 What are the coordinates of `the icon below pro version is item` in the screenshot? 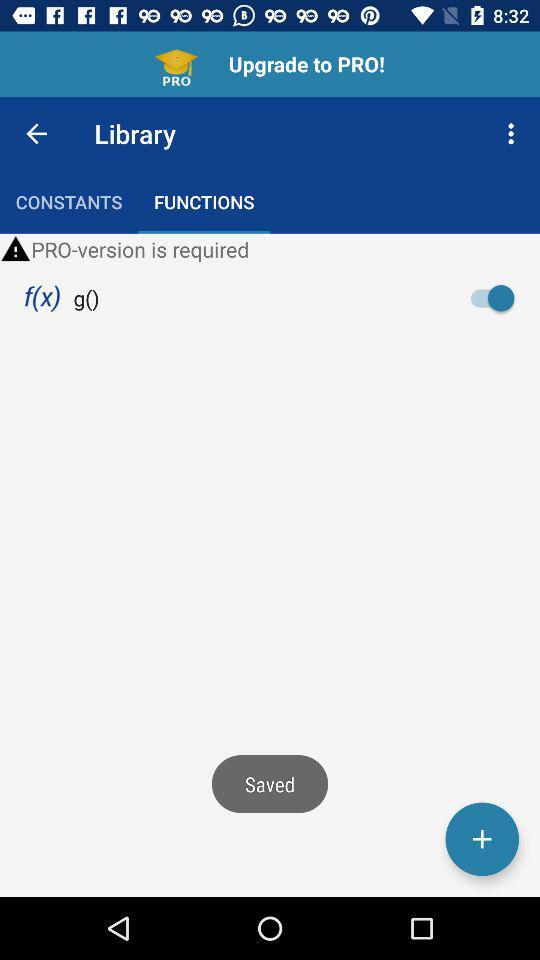 It's located at (42, 297).